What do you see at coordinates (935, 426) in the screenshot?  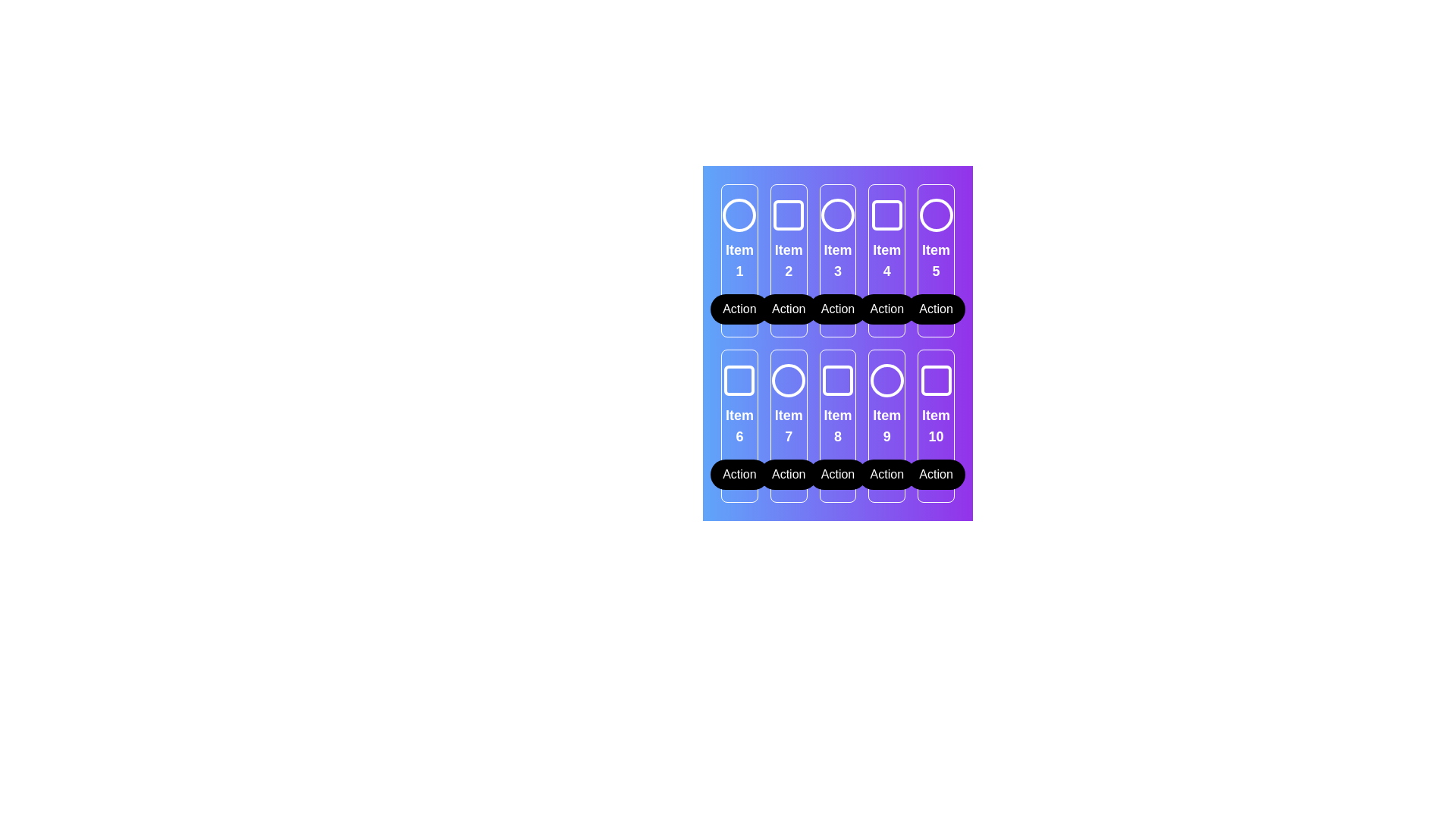 I see `displayed information from the card labeled 'Item 10' with a purple background and a button labeled 'Action' located in the bottom-right corner of the grid` at bounding box center [935, 426].